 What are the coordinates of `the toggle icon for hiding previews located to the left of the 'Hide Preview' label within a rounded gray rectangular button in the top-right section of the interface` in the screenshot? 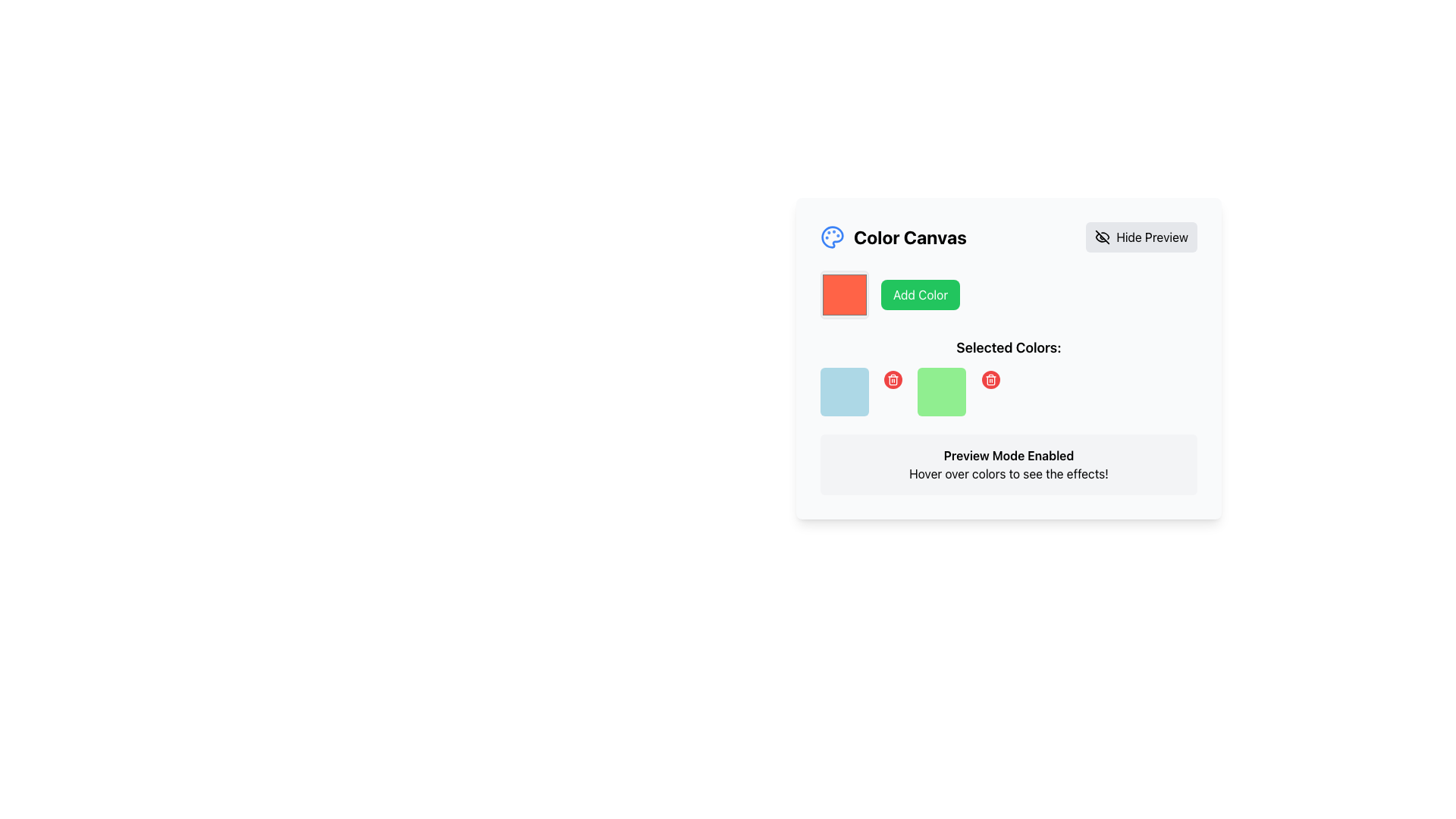 It's located at (1103, 237).